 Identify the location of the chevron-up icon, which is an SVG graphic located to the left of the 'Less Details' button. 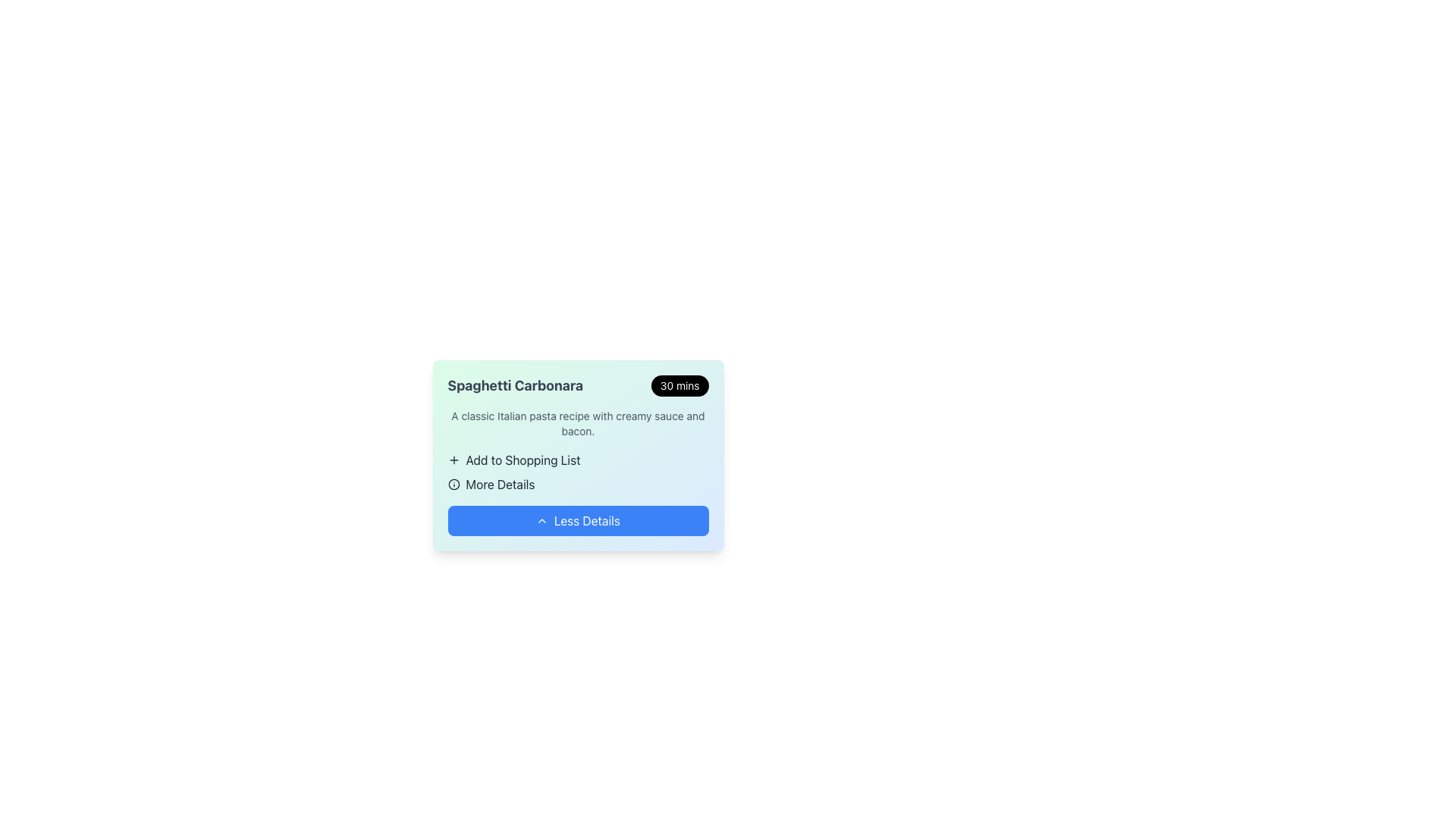
(542, 519).